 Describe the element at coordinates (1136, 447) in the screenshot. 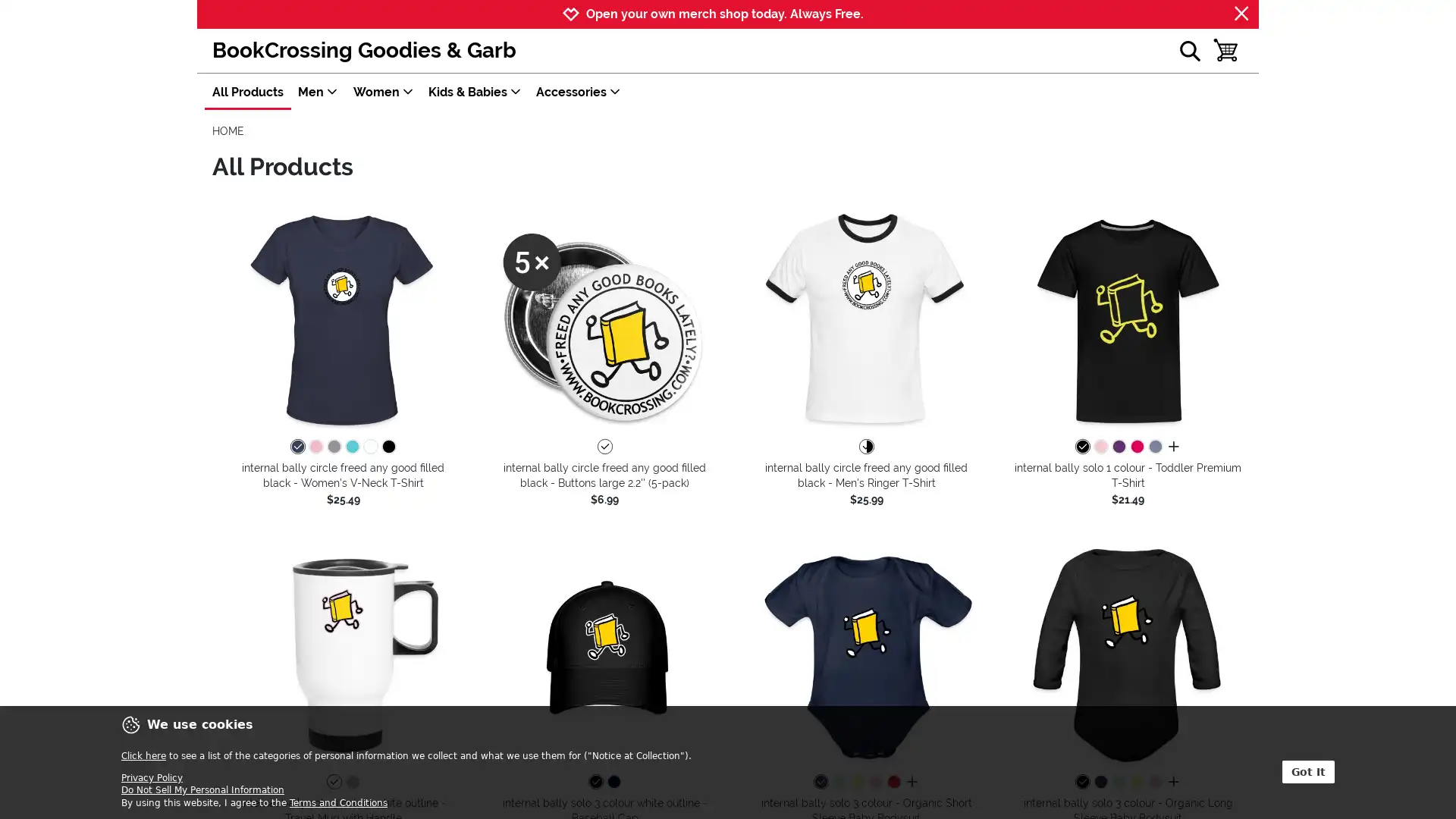

I see `dark pink` at that location.